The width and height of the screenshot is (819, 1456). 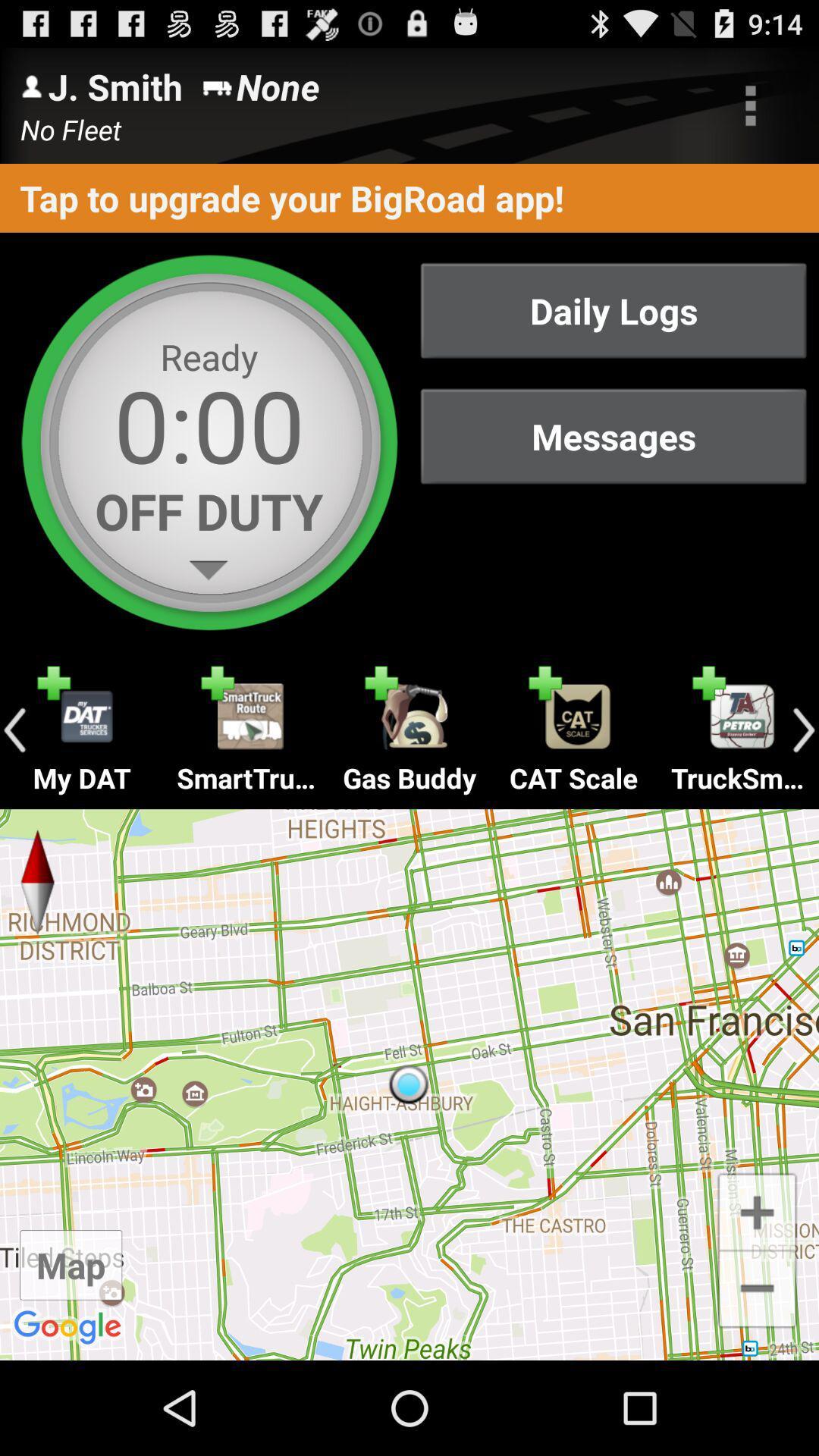 I want to click on item below the my dat item, so click(x=409, y=1084).